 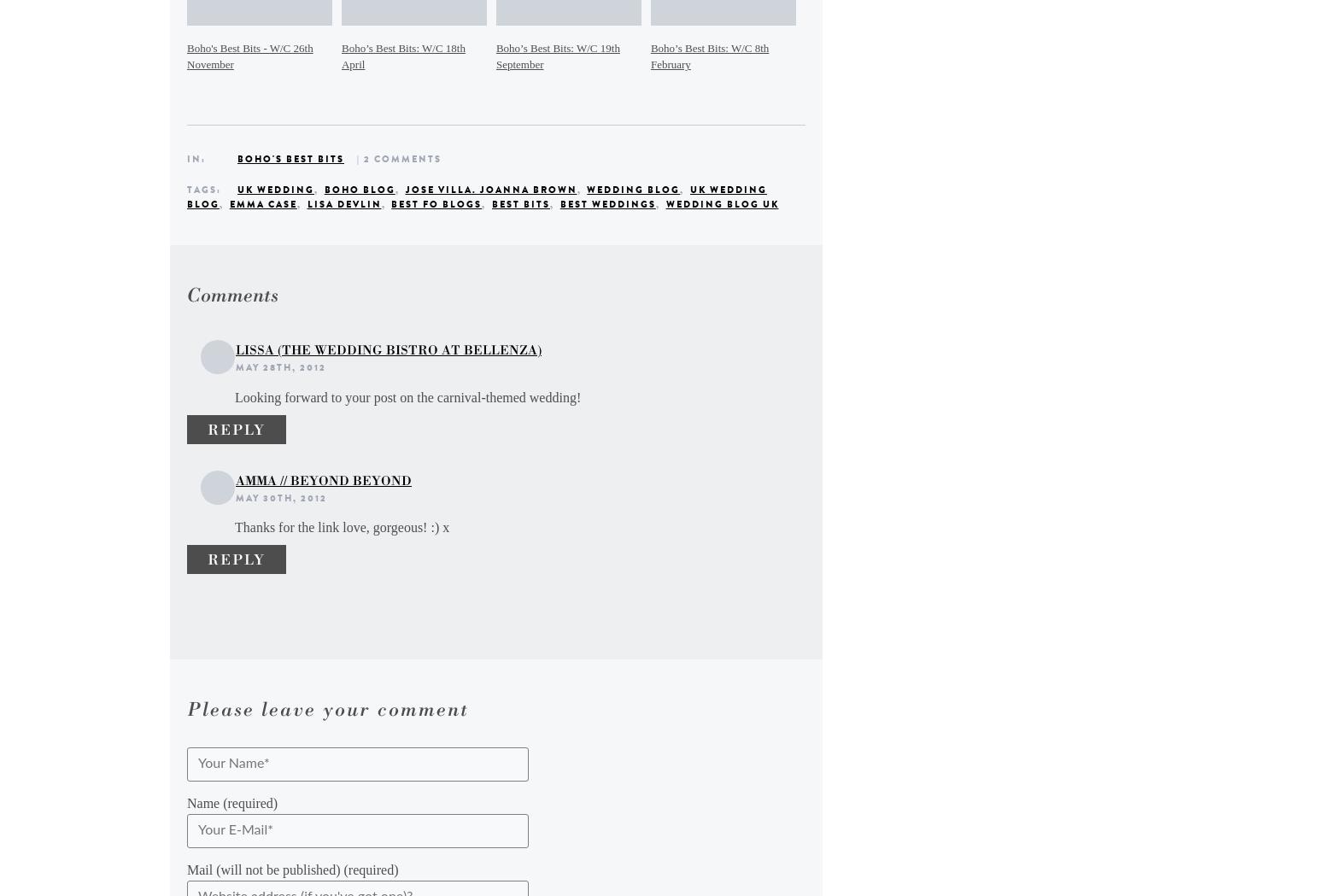 What do you see at coordinates (262, 203) in the screenshot?
I see `'emma case'` at bounding box center [262, 203].